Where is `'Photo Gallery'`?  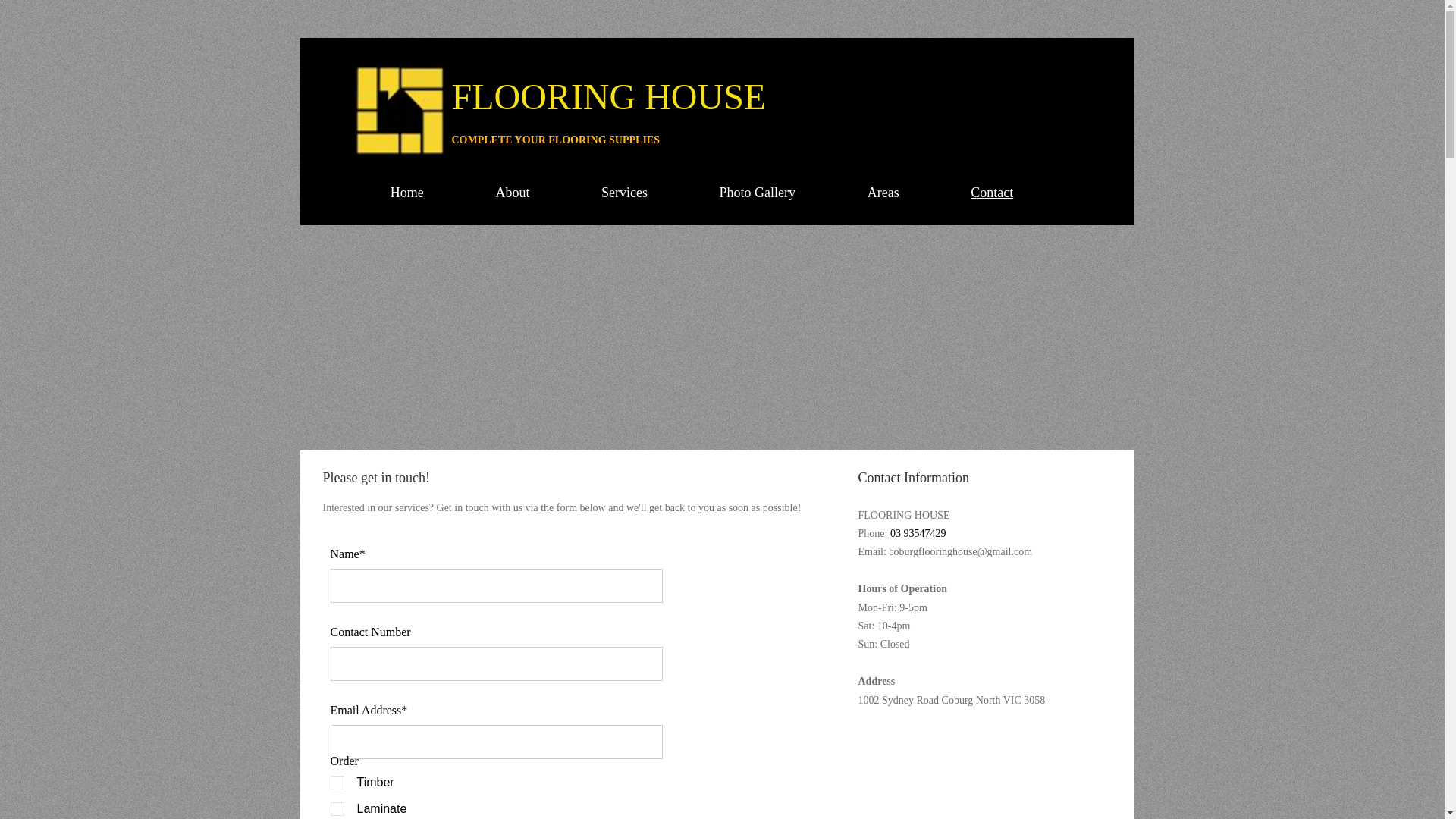 'Photo Gallery' is located at coordinates (757, 192).